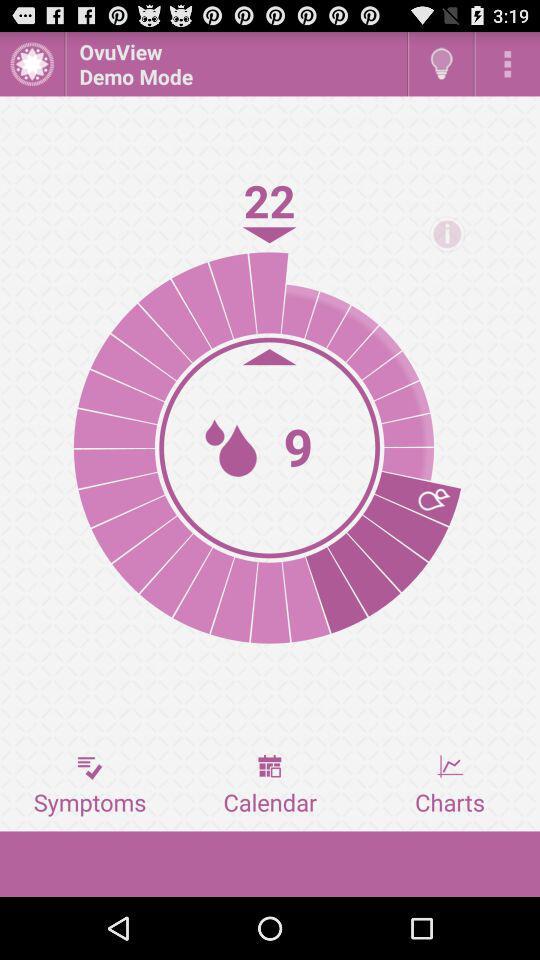 This screenshot has width=540, height=960. What do you see at coordinates (89, 785) in the screenshot?
I see `button at the bottom left corner` at bounding box center [89, 785].